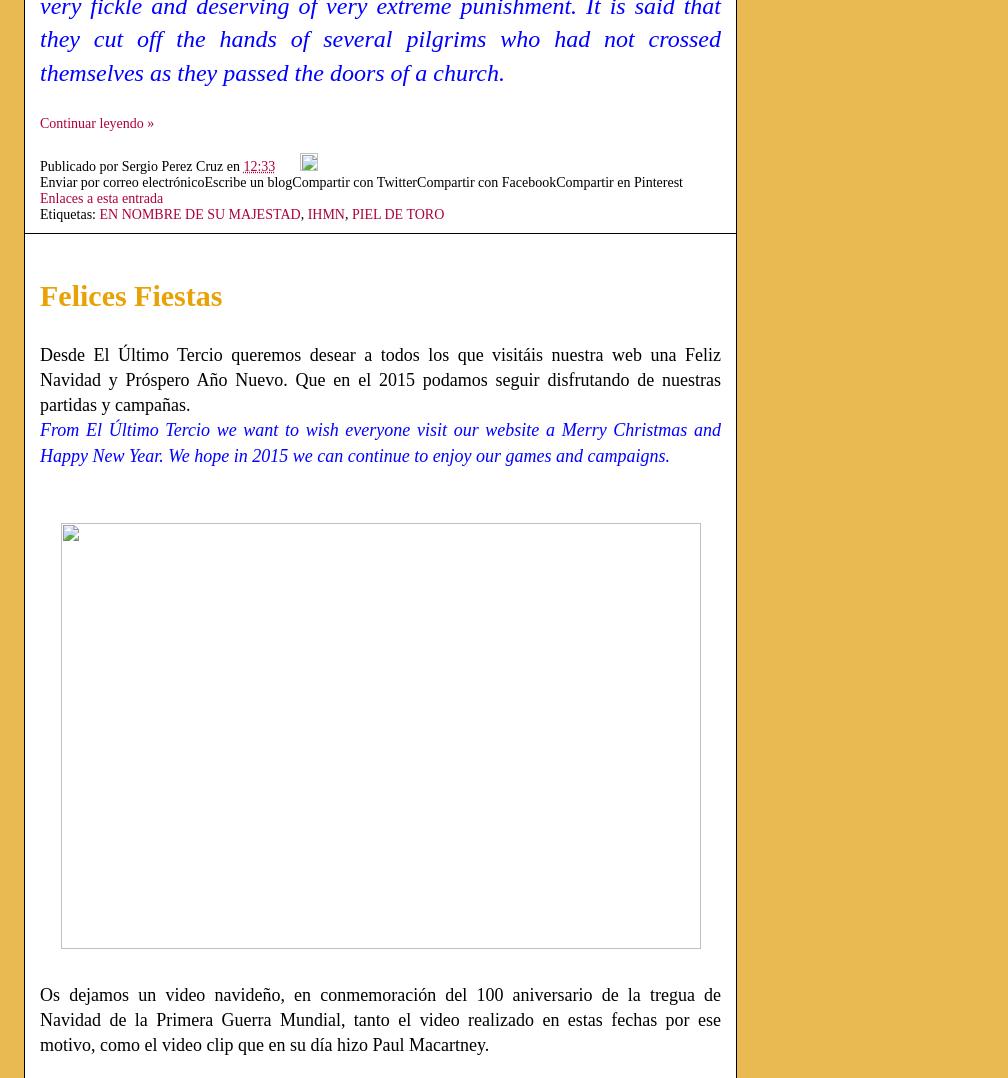 The image size is (1008, 1078). Describe the element at coordinates (292, 180) in the screenshot. I see `'Compartir con Twitter'` at that location.